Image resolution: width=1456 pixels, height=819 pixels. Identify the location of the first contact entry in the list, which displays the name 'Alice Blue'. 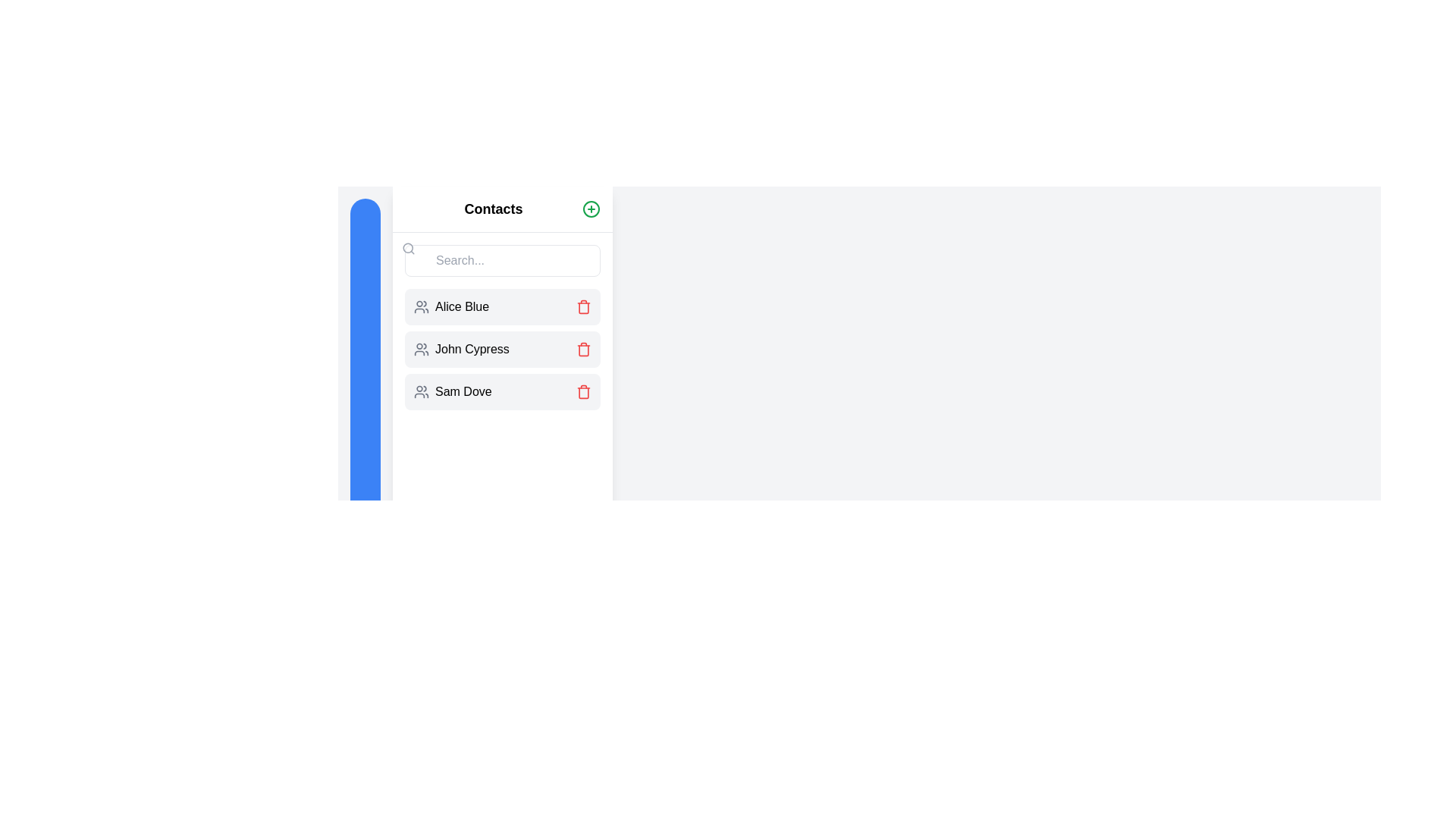
(502, 307).